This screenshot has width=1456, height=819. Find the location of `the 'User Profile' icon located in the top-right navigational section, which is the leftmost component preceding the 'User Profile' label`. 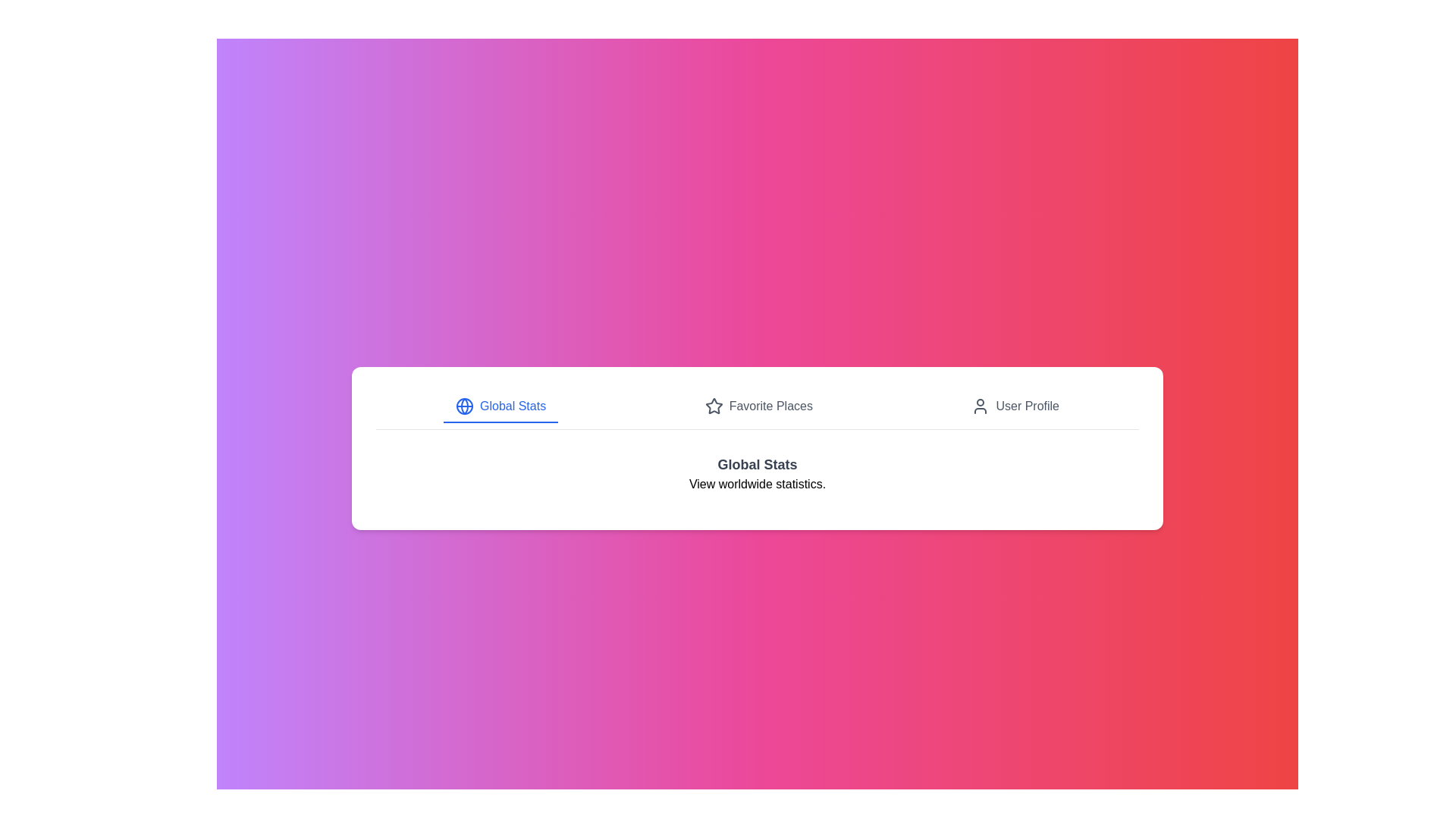

the 'User Profile' icon located in the top-right navigational section, which is the leftmost component preceding the 'User Profile' label is located at coordinates (981, 405).